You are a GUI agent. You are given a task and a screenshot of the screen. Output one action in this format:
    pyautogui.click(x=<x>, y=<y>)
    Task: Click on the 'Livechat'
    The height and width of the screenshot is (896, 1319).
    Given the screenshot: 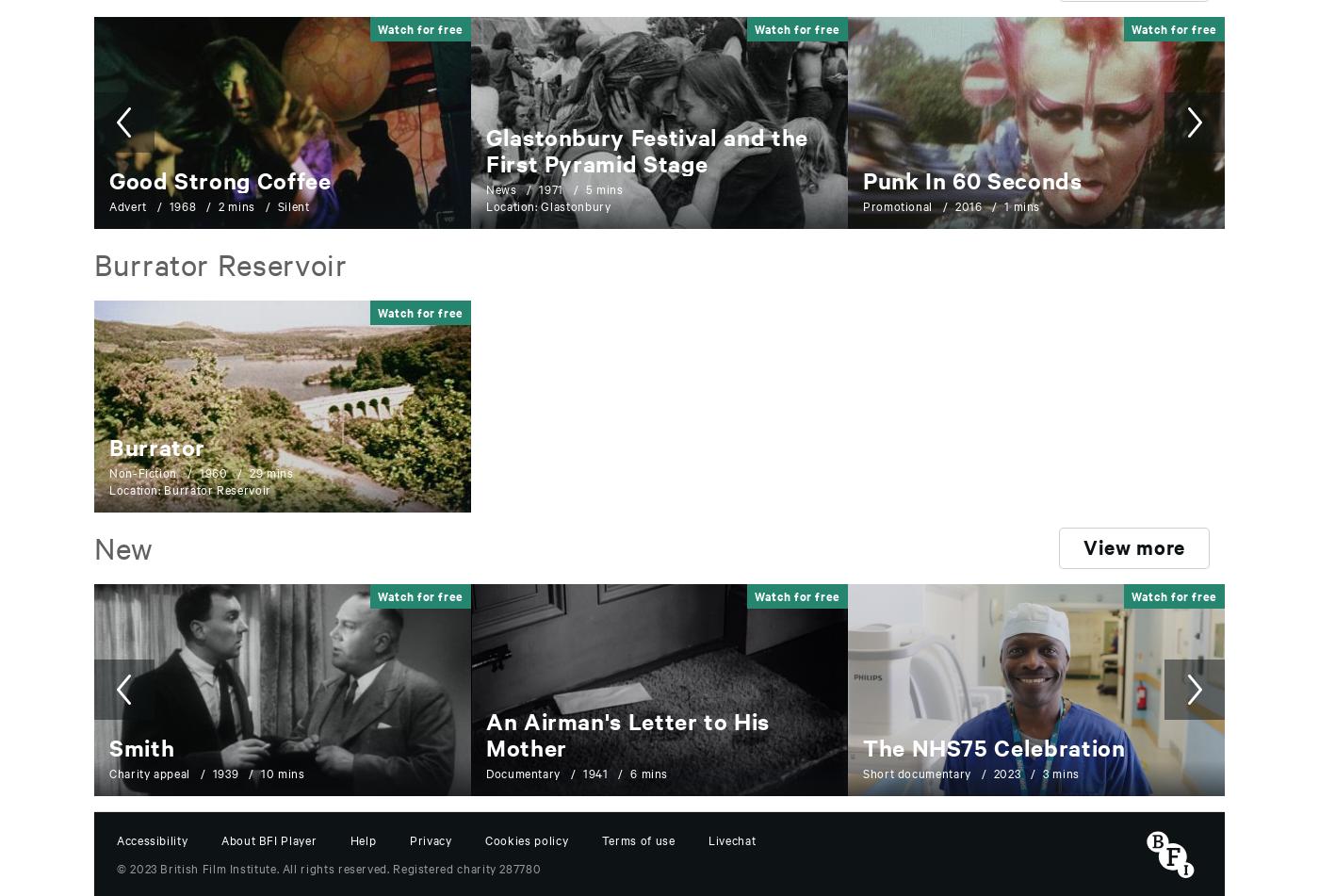 What is the action you would take?
    pyautogui.click(x=732, y=838)
    